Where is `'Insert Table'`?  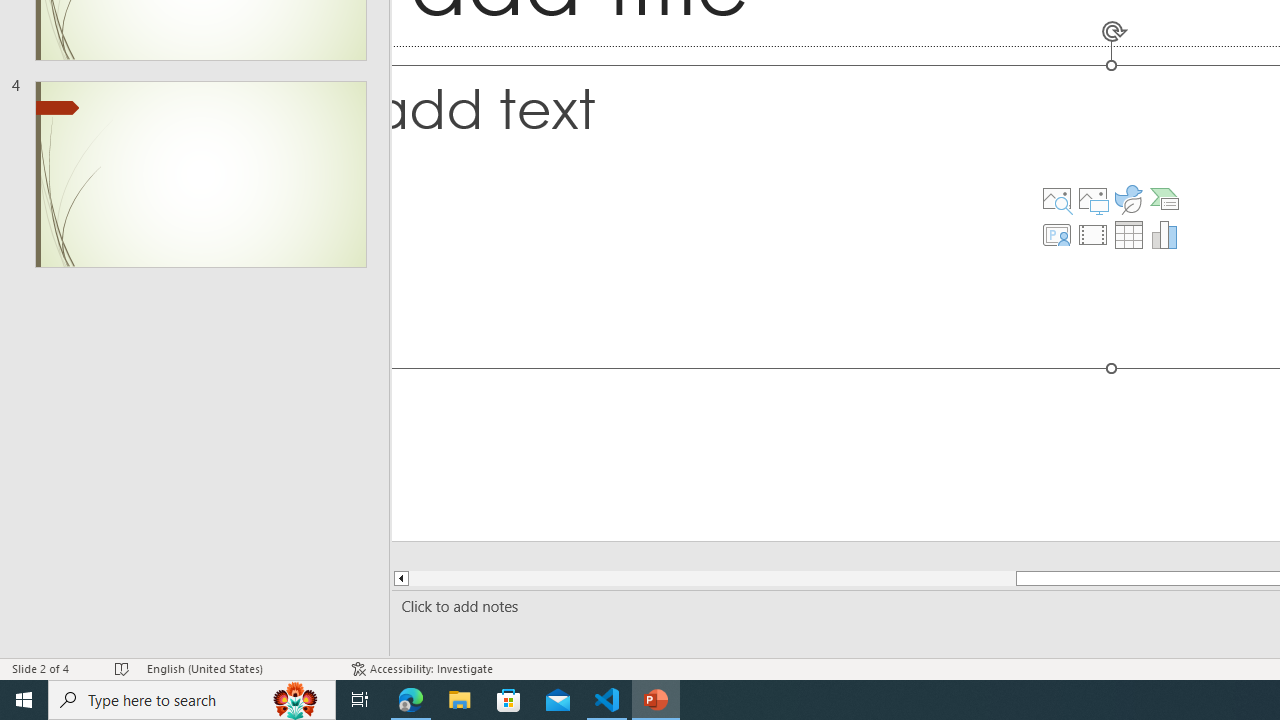
'Insert Table' is located at coordinates (1129, 234).